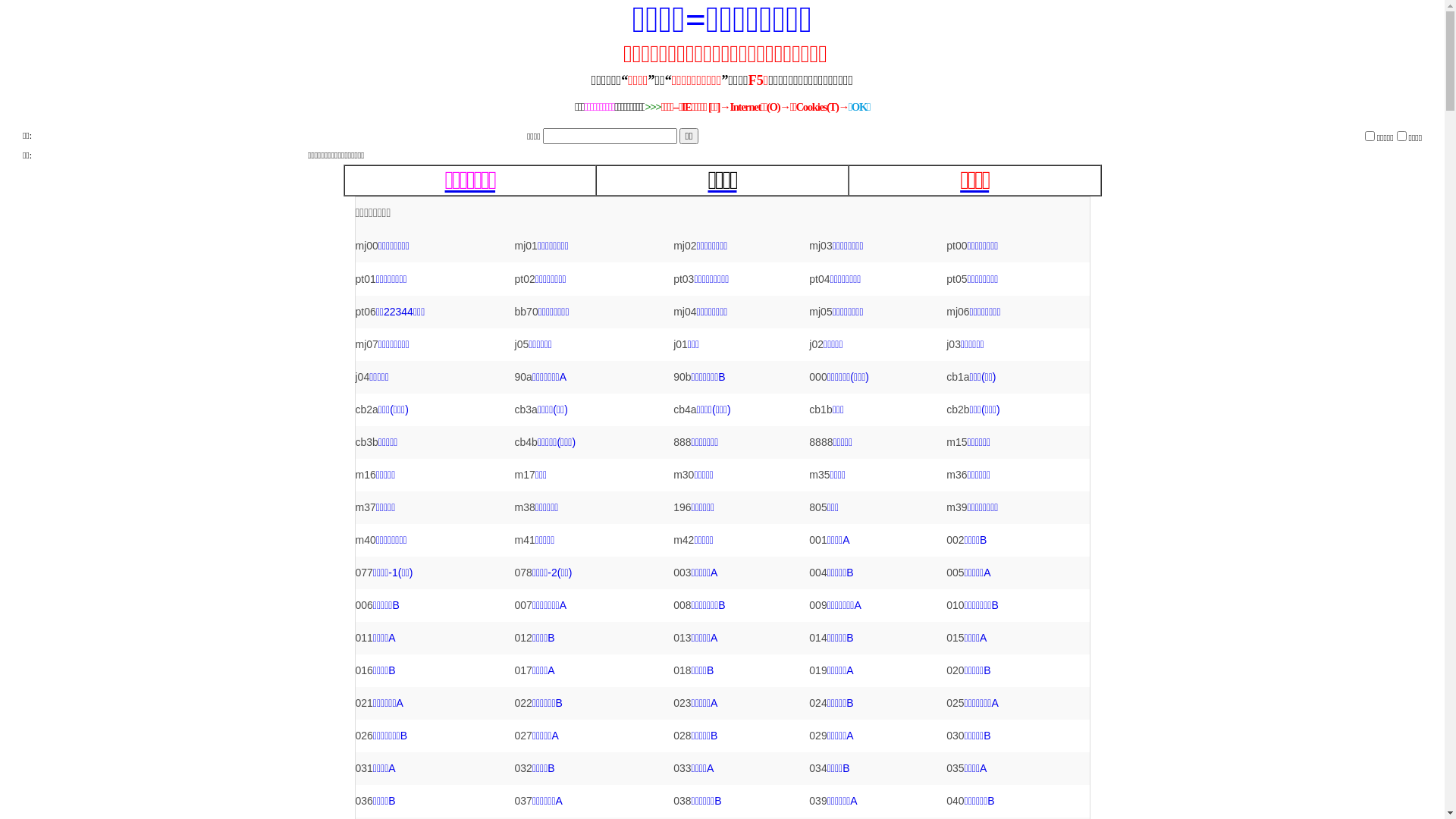 The height and width of the screenshot is (819, 1456). What do you see at coordinates (681, 637) in the screenshot?
I see `'013'` at bounding box center [681, 637].